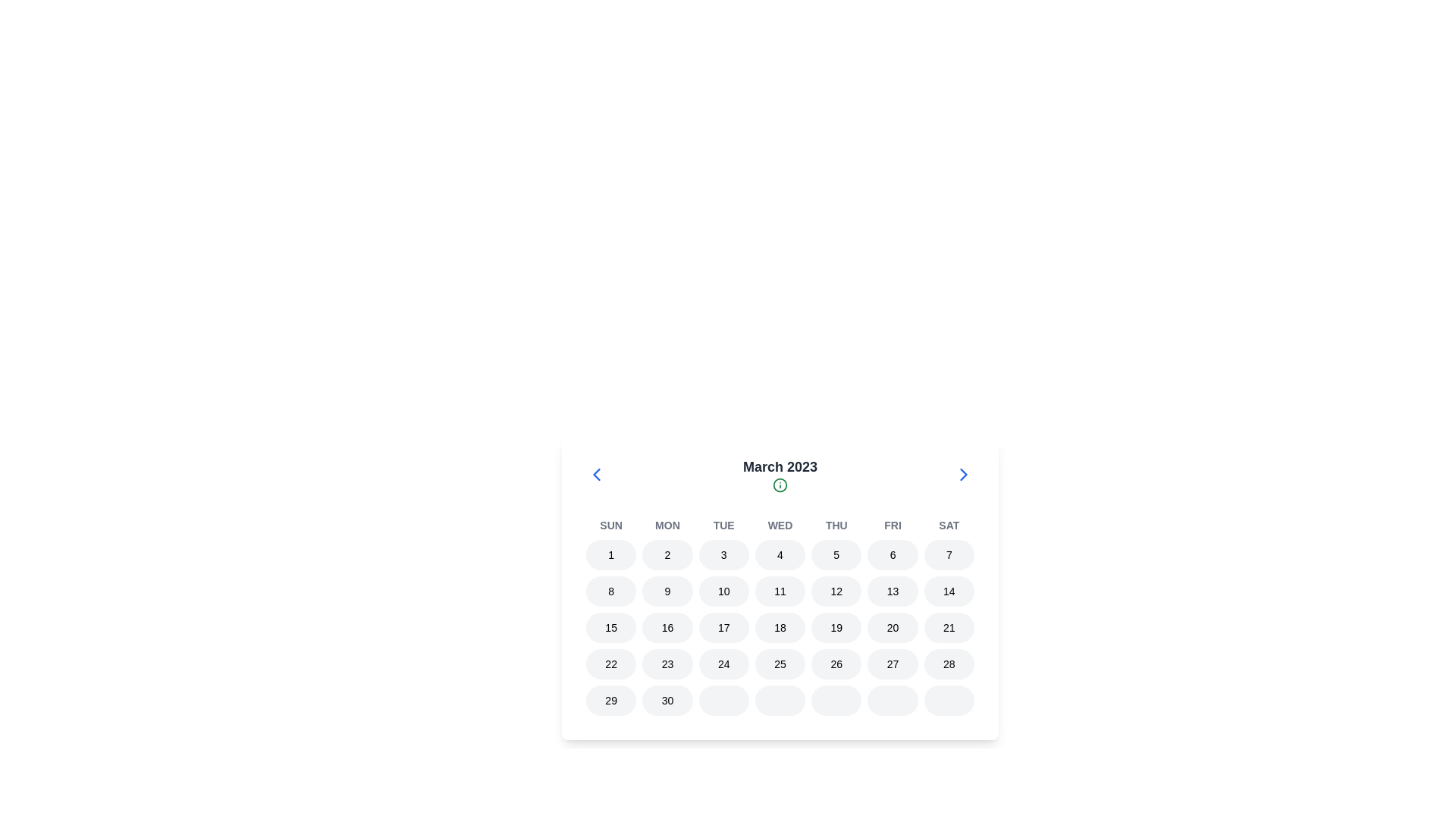  I want to click on the button representing the date '18' in the calendar interface, so click(780, 628).